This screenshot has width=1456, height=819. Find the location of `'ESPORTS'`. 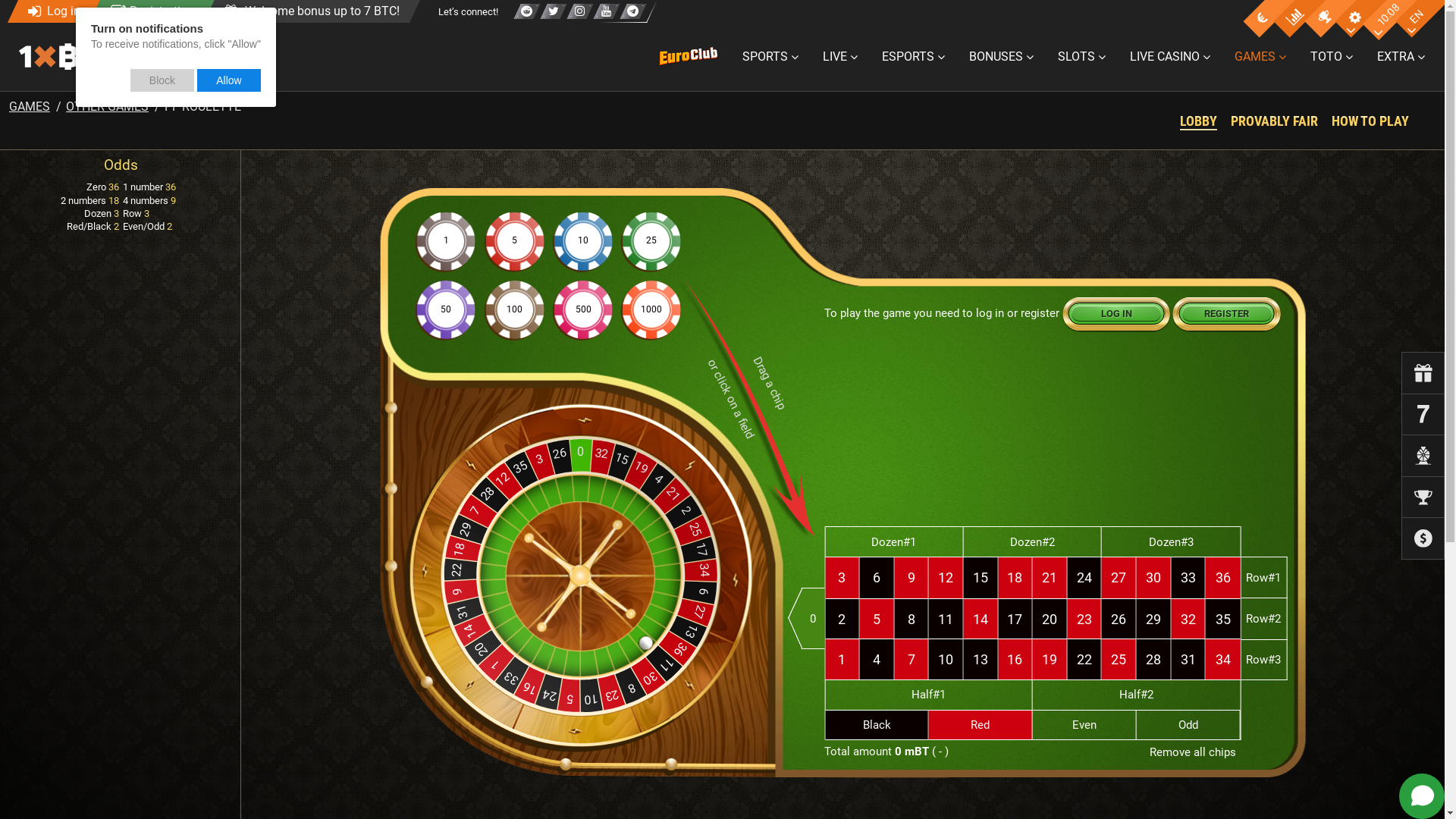

'ESPORTS' is located at coordinates (912, 55).